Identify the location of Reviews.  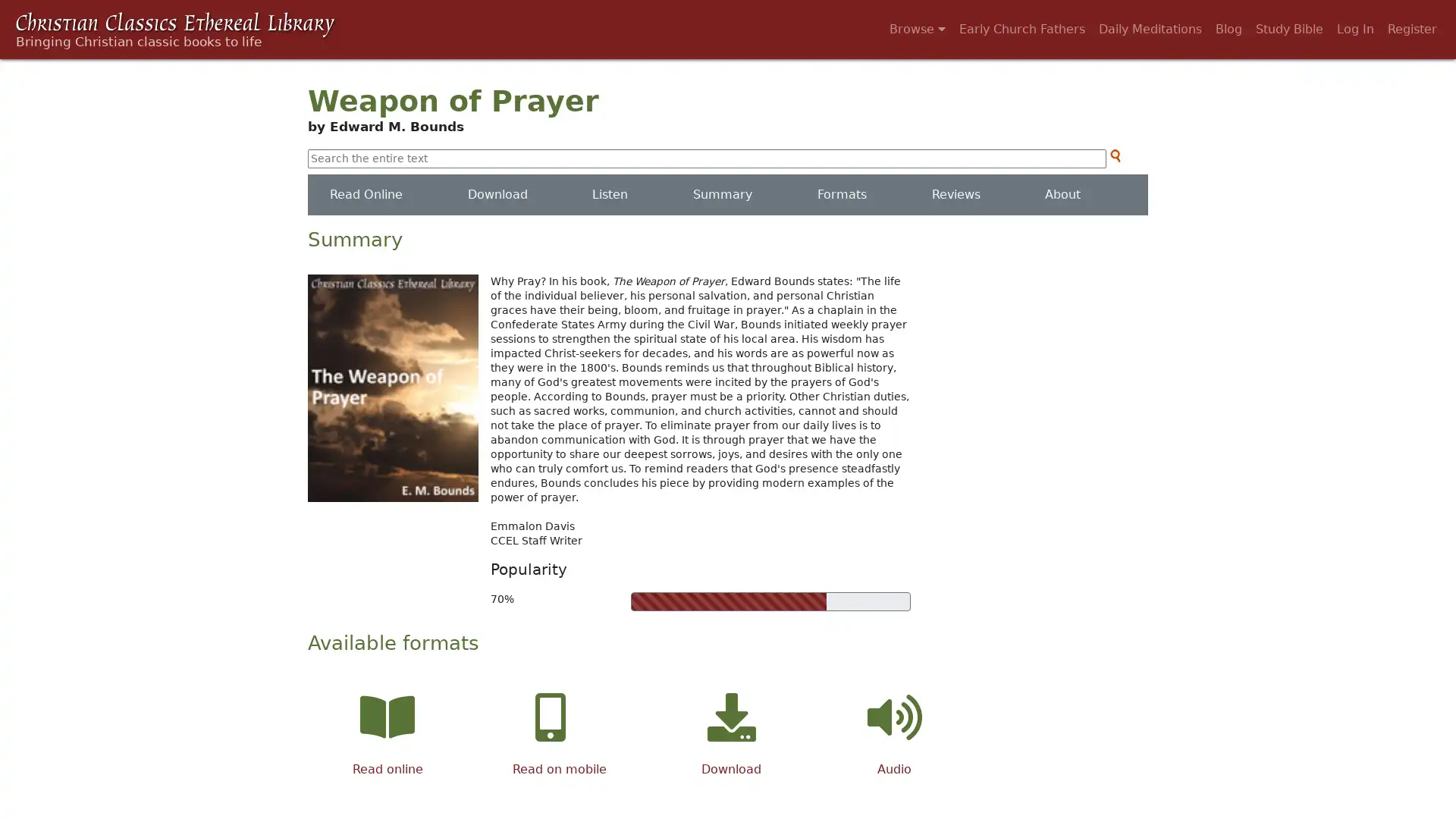
(954, 194).